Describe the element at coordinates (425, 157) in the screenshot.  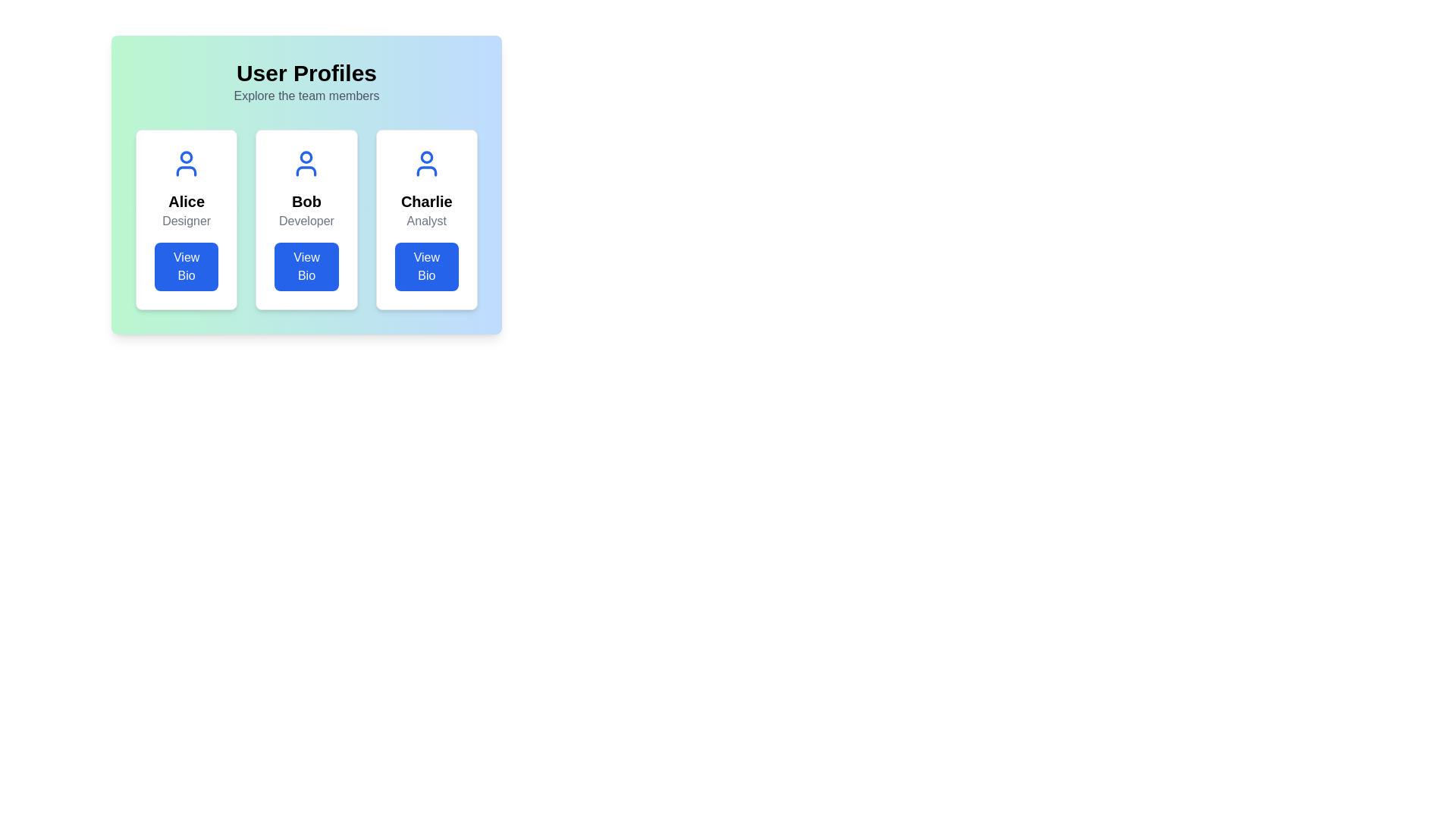
I see `the circular SVG shape representing the head in the 'Charlie' profile card user icon` at that location.